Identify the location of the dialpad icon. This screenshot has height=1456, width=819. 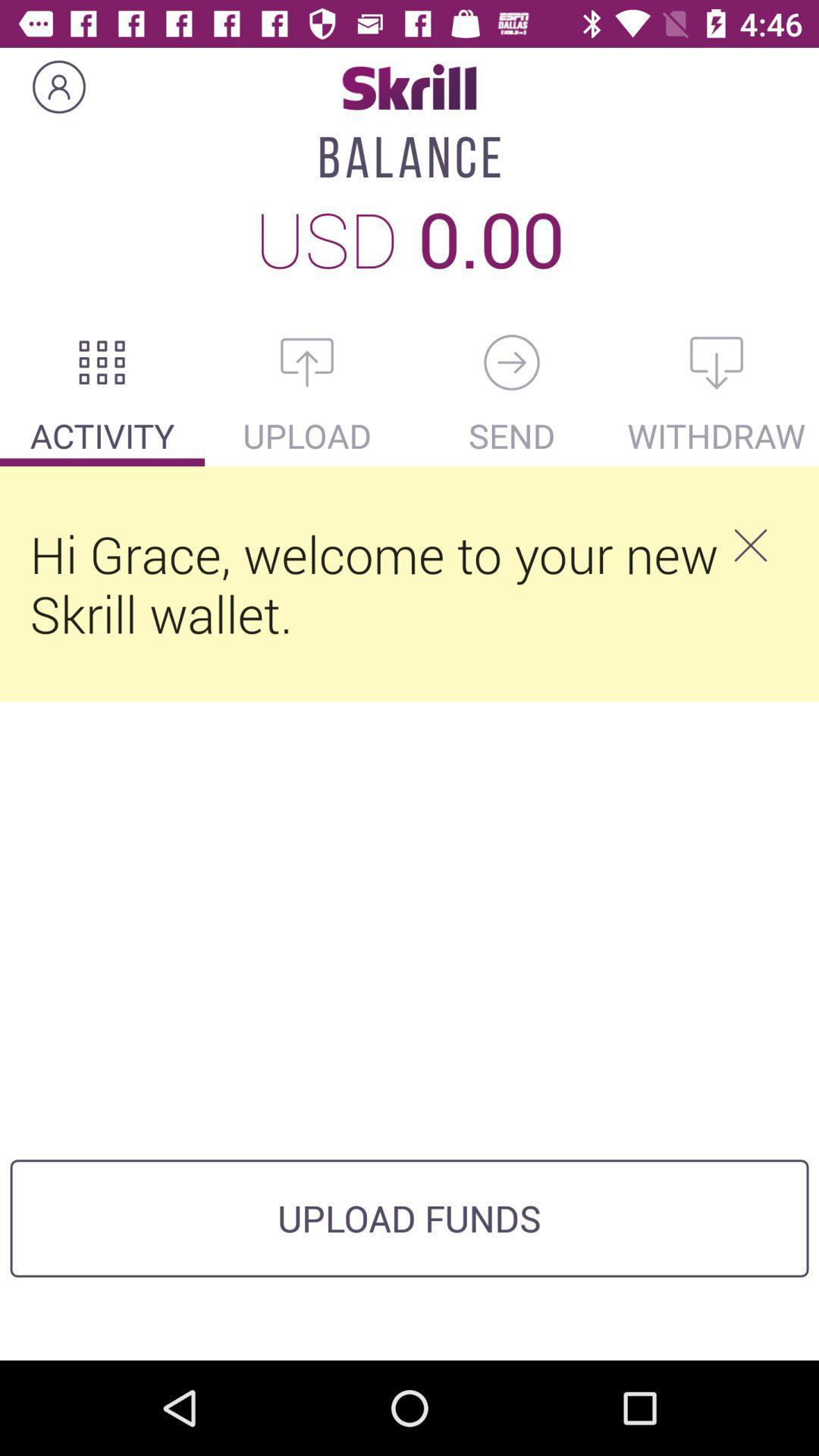
(102, 362).